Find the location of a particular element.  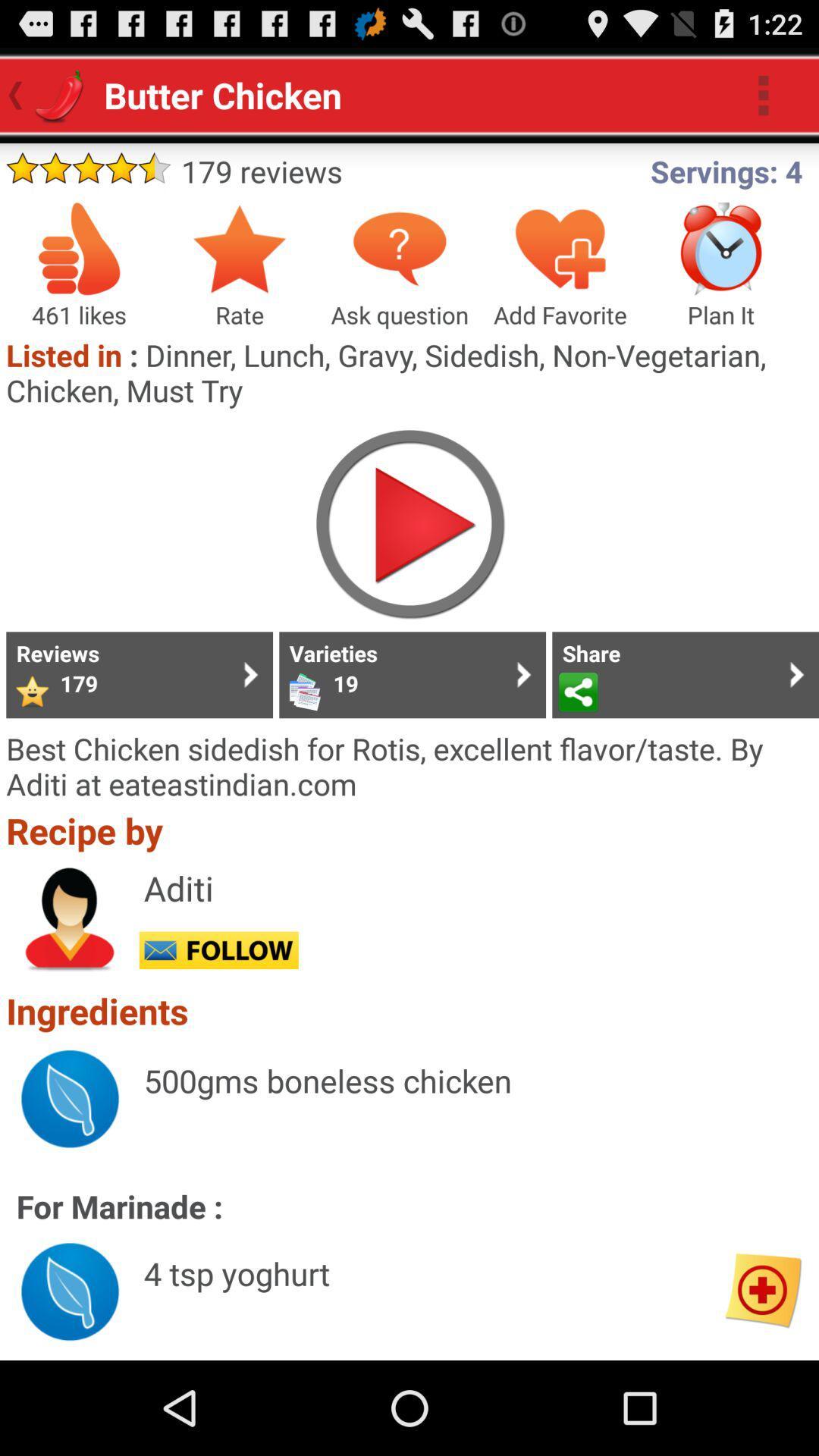

the add icon is located at coordinates (762, 1380).